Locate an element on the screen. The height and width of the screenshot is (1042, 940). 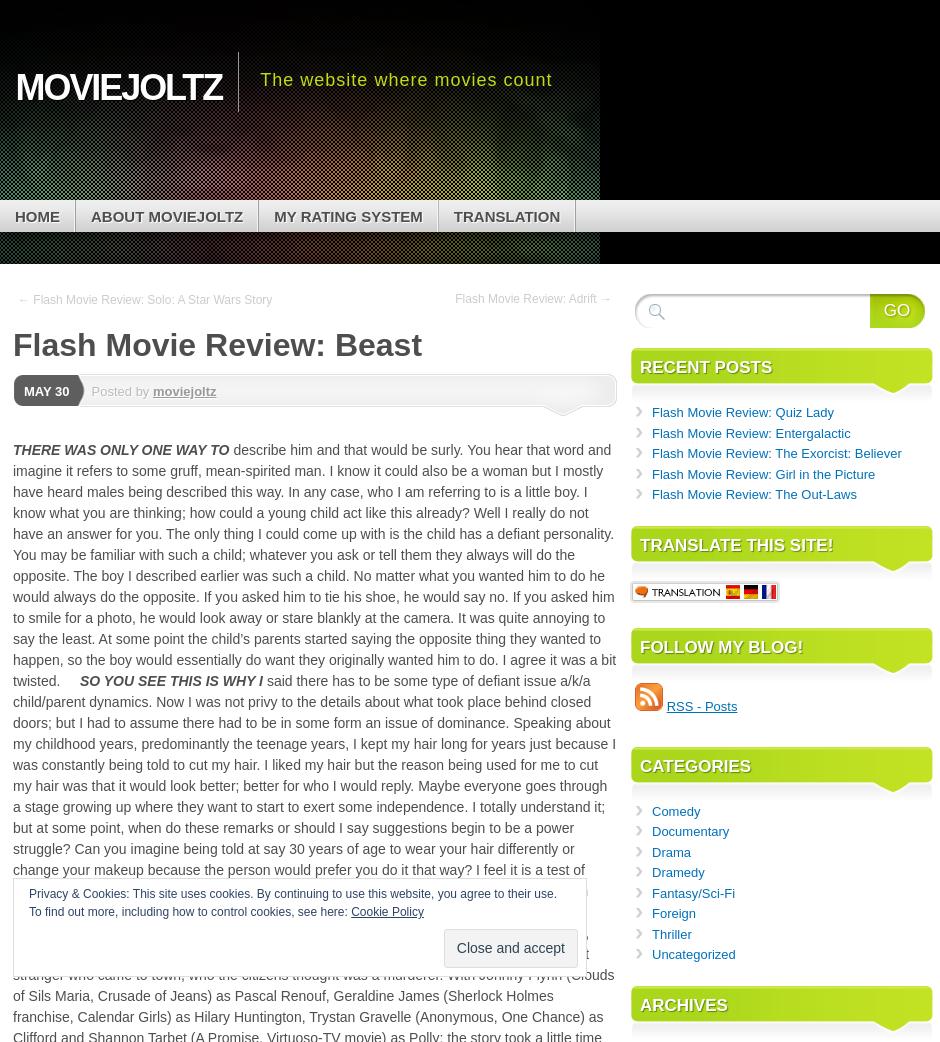
'Privacy & Cookies: This site uses cookies. By continuing to use this website, you agree to their use.' is located at coordinates (291, 893).